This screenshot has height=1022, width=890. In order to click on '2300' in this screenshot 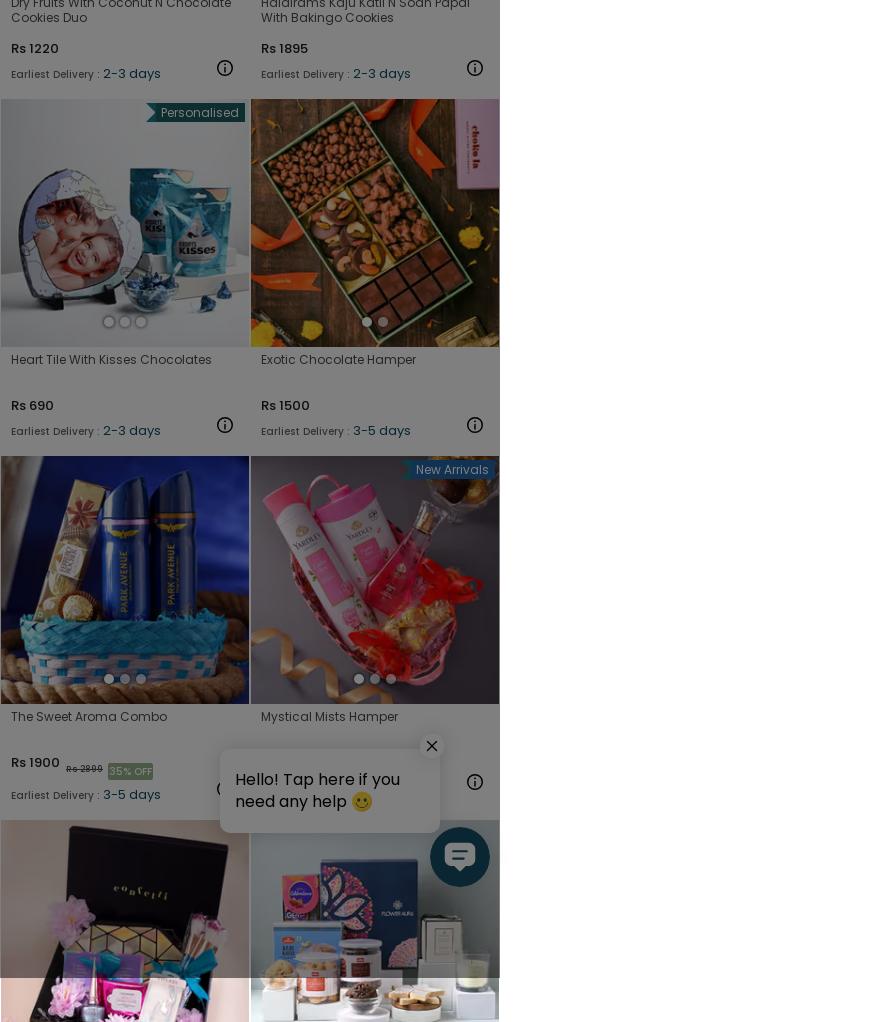, I will do `click(295, 760)`.